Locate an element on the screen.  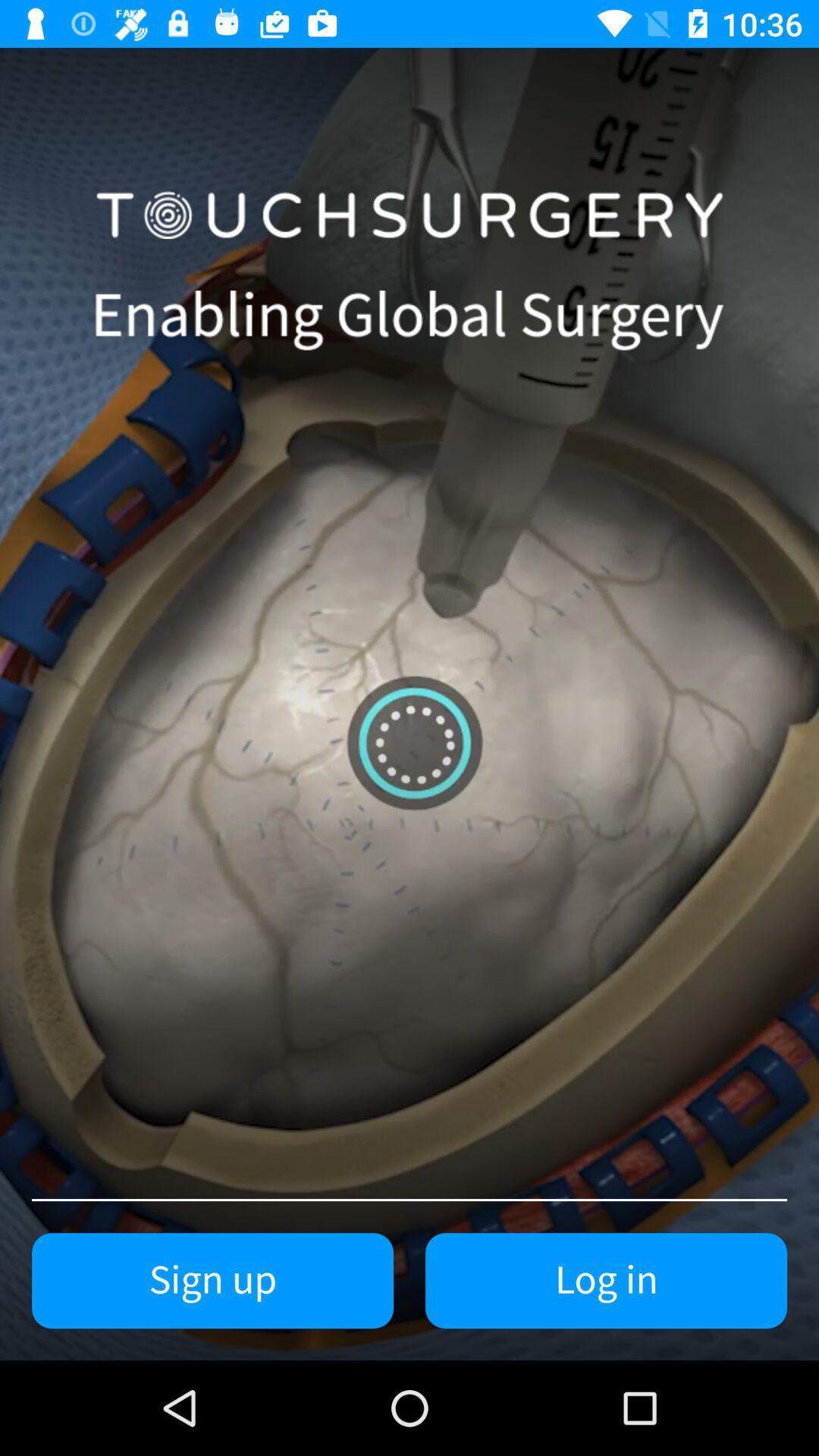
the item to the right of the sign up is located at coordinates (605, 1280).